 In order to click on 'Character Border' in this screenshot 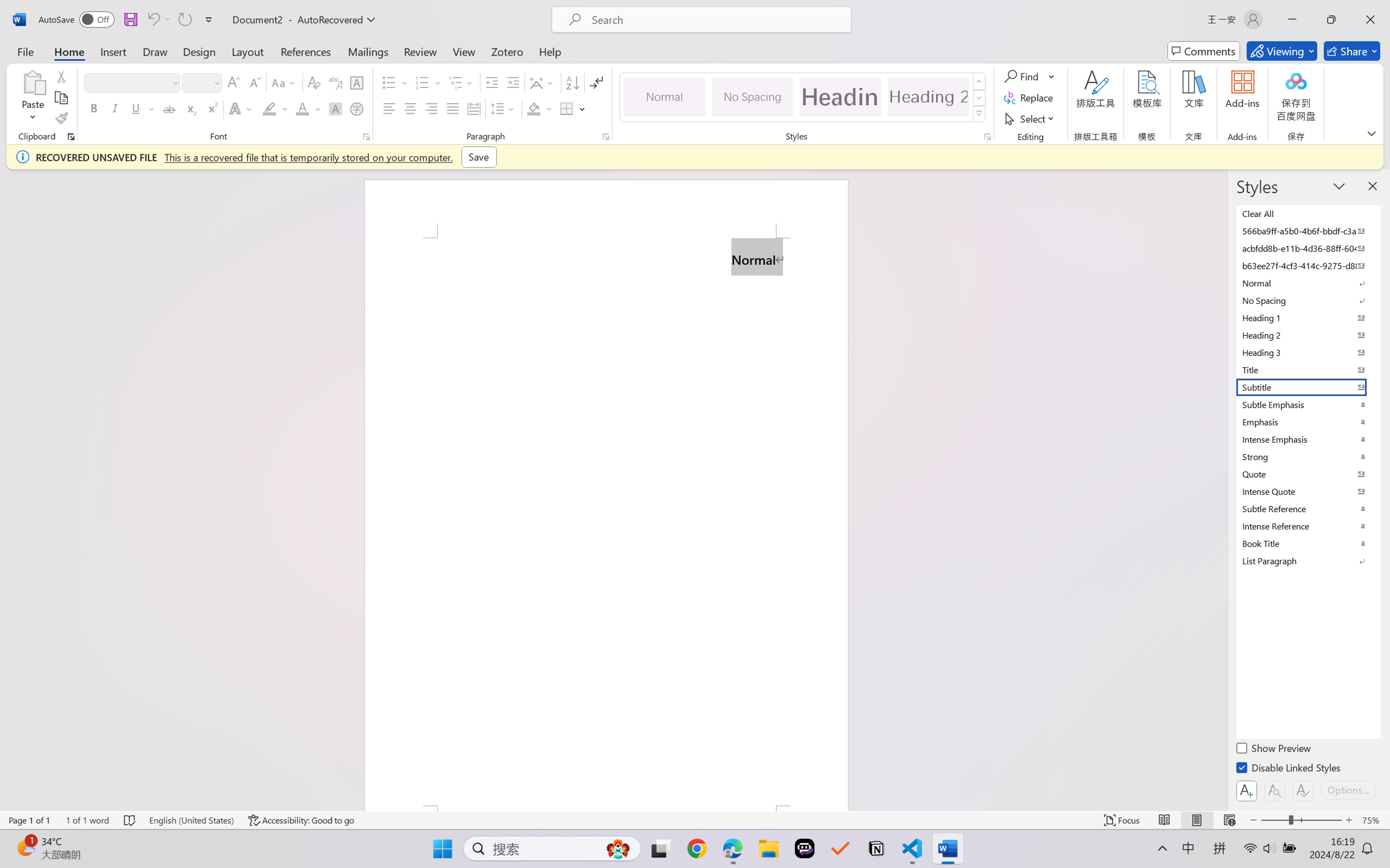, I will do `click(357, 83)`.